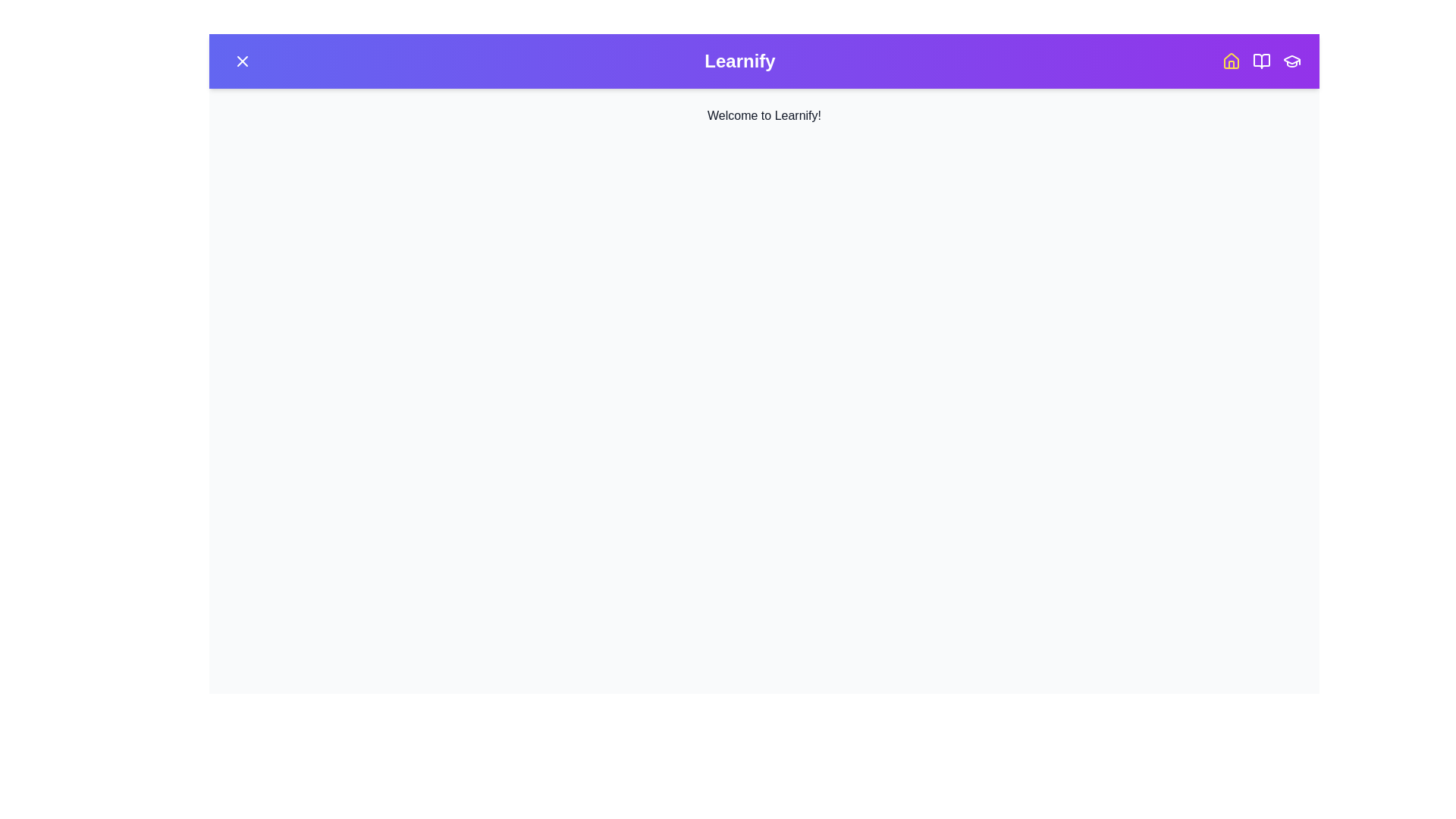 This screenshot has height=819, width=1456. I want to click on toggle button on the top-left corner of the app bar to toggle the menu visibility, so click(243, 61).